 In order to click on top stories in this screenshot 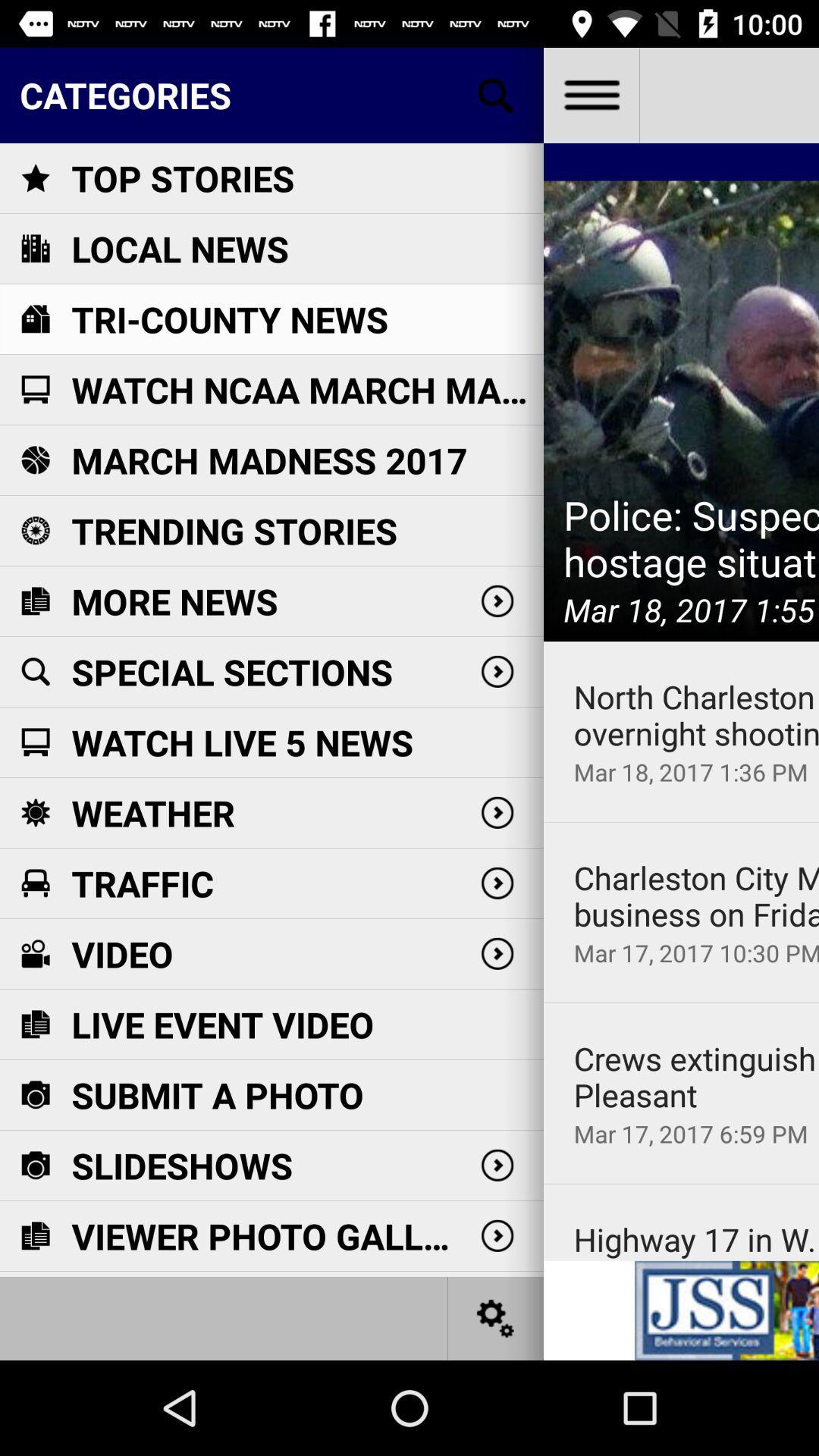, I will do `click(182, 178)`.